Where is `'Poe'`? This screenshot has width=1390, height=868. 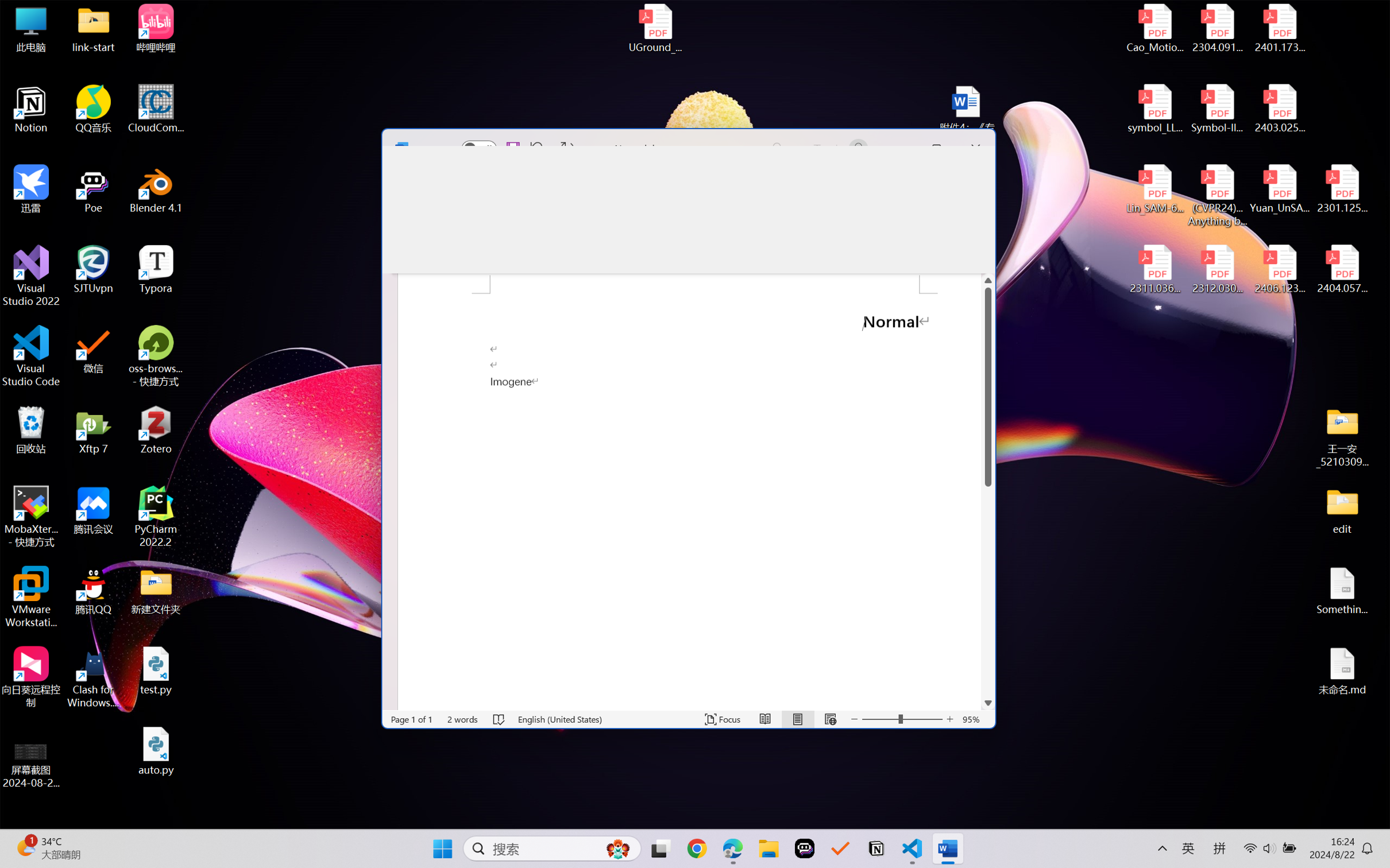
'Poe' is located at coordinates (94, 188).